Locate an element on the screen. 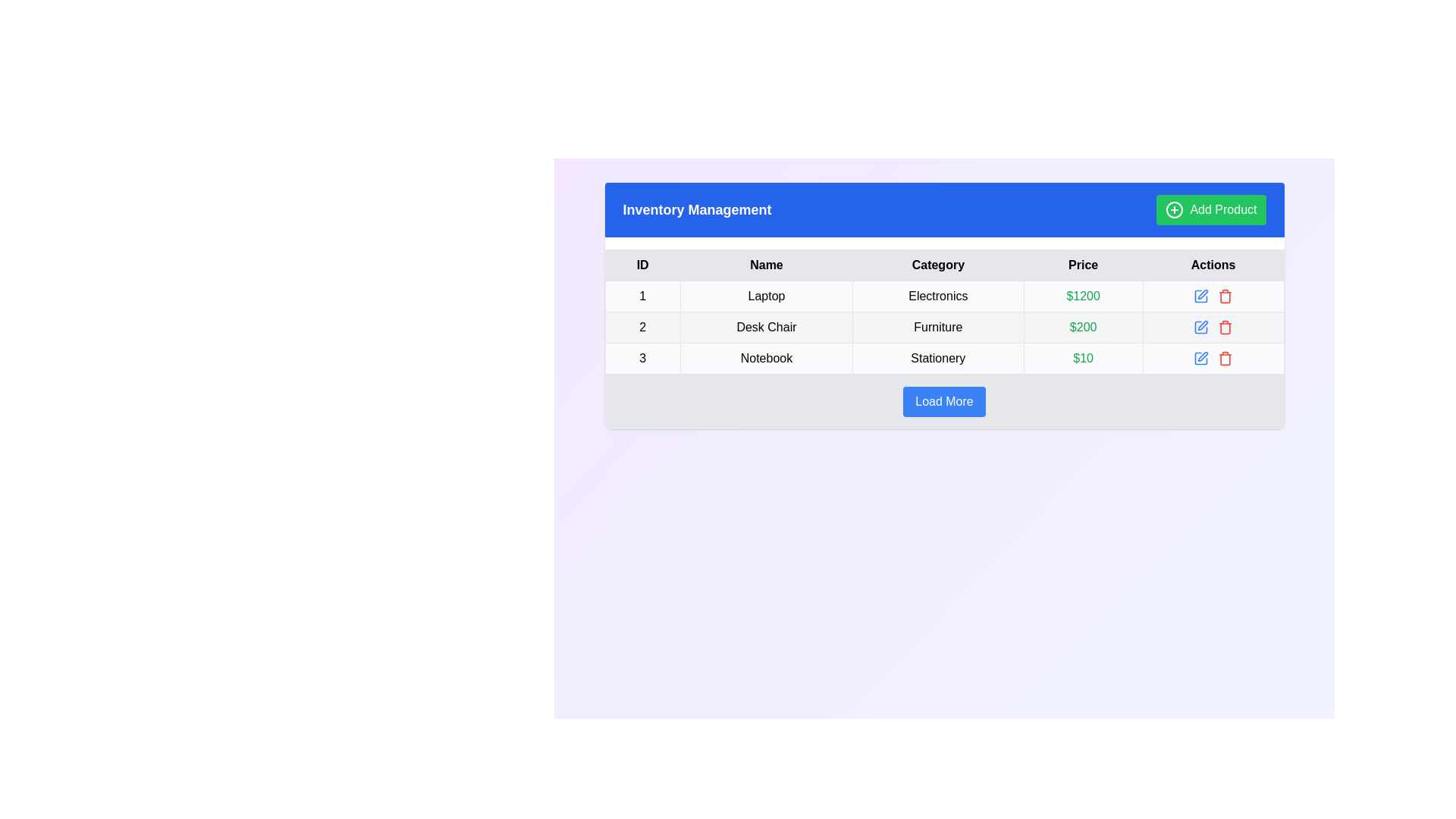  the 'Load More' button with a blue background and white text, located at the center of the footer bar at the bottom of the table is located at coordinates (943, 400).